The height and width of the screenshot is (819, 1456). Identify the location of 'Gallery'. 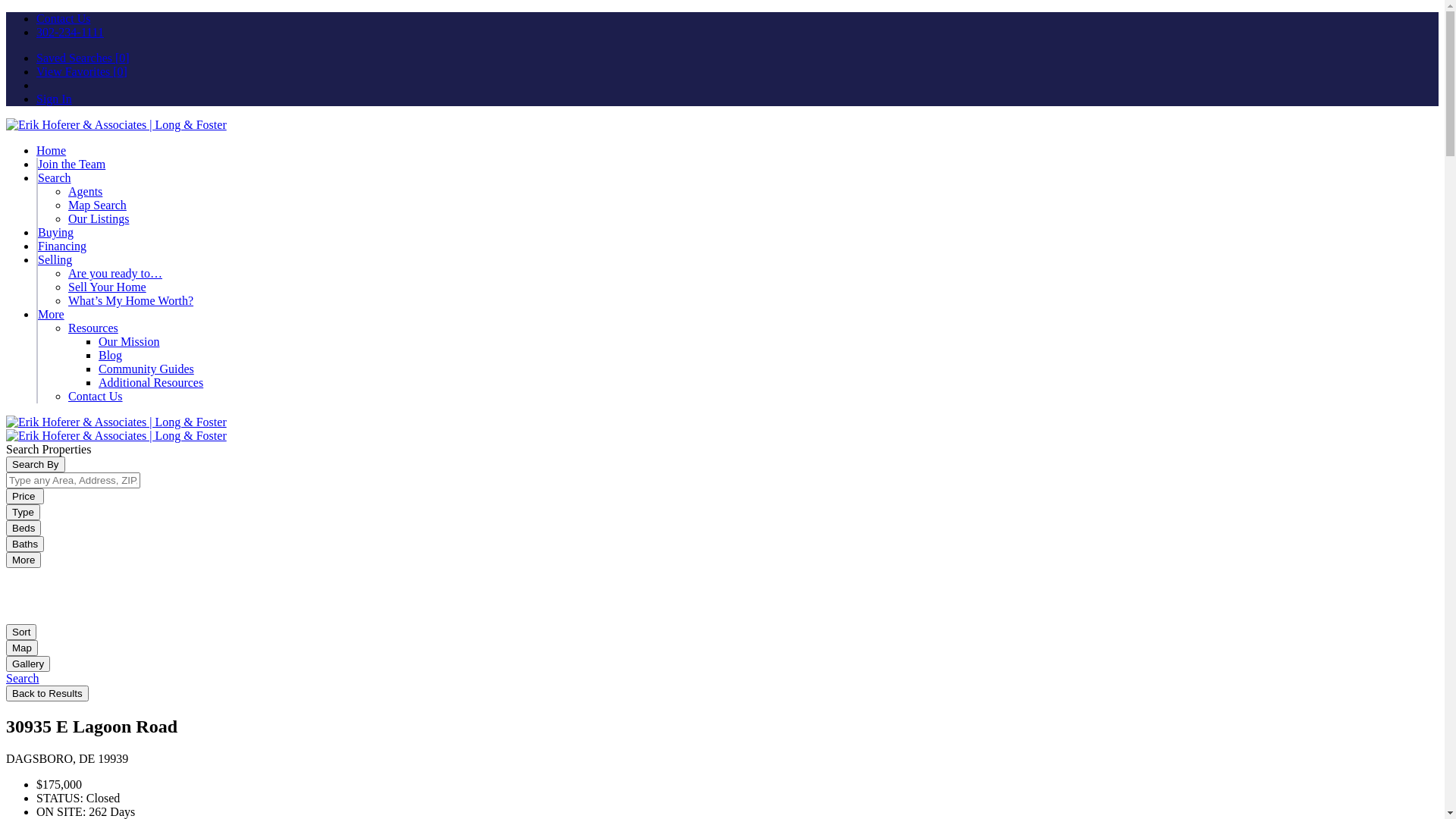
(28, 662).